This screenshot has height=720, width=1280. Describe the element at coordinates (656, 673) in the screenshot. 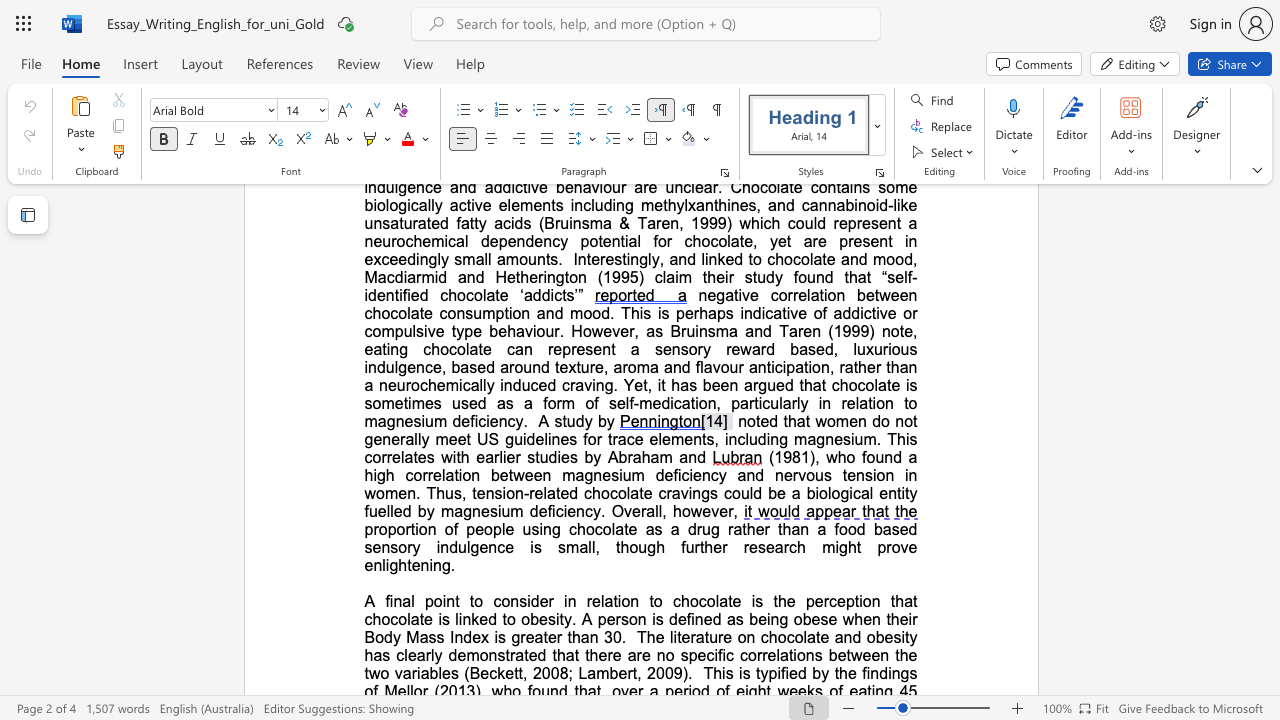

I see `the subset text "00" within the text "that there are no specific correlations between the two variables (Beckett, 2008; Lambert, 2009)"` at that location.